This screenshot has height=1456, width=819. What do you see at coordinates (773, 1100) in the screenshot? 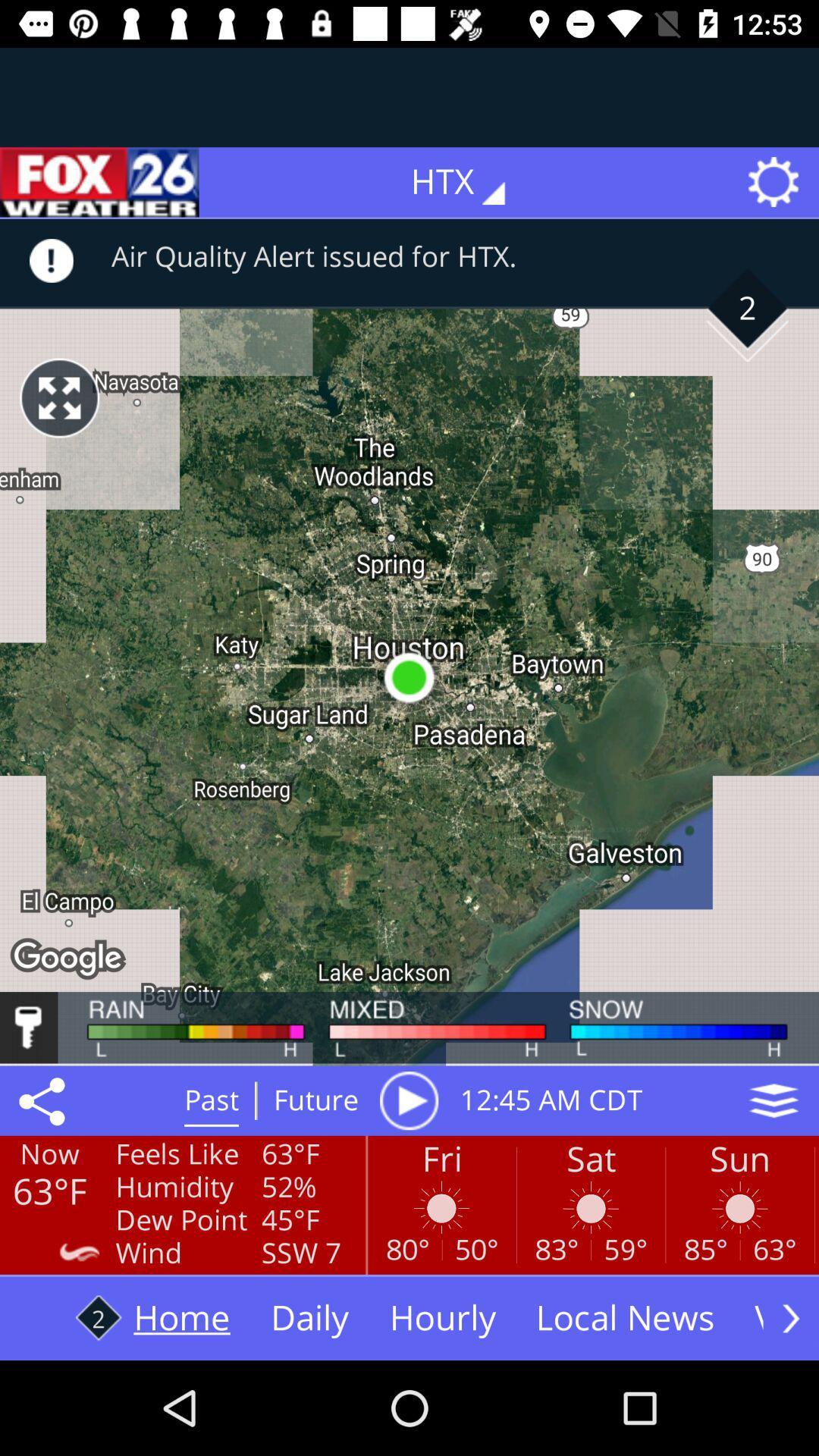
I see `the layers icon` at bounding box center [773, 1100].